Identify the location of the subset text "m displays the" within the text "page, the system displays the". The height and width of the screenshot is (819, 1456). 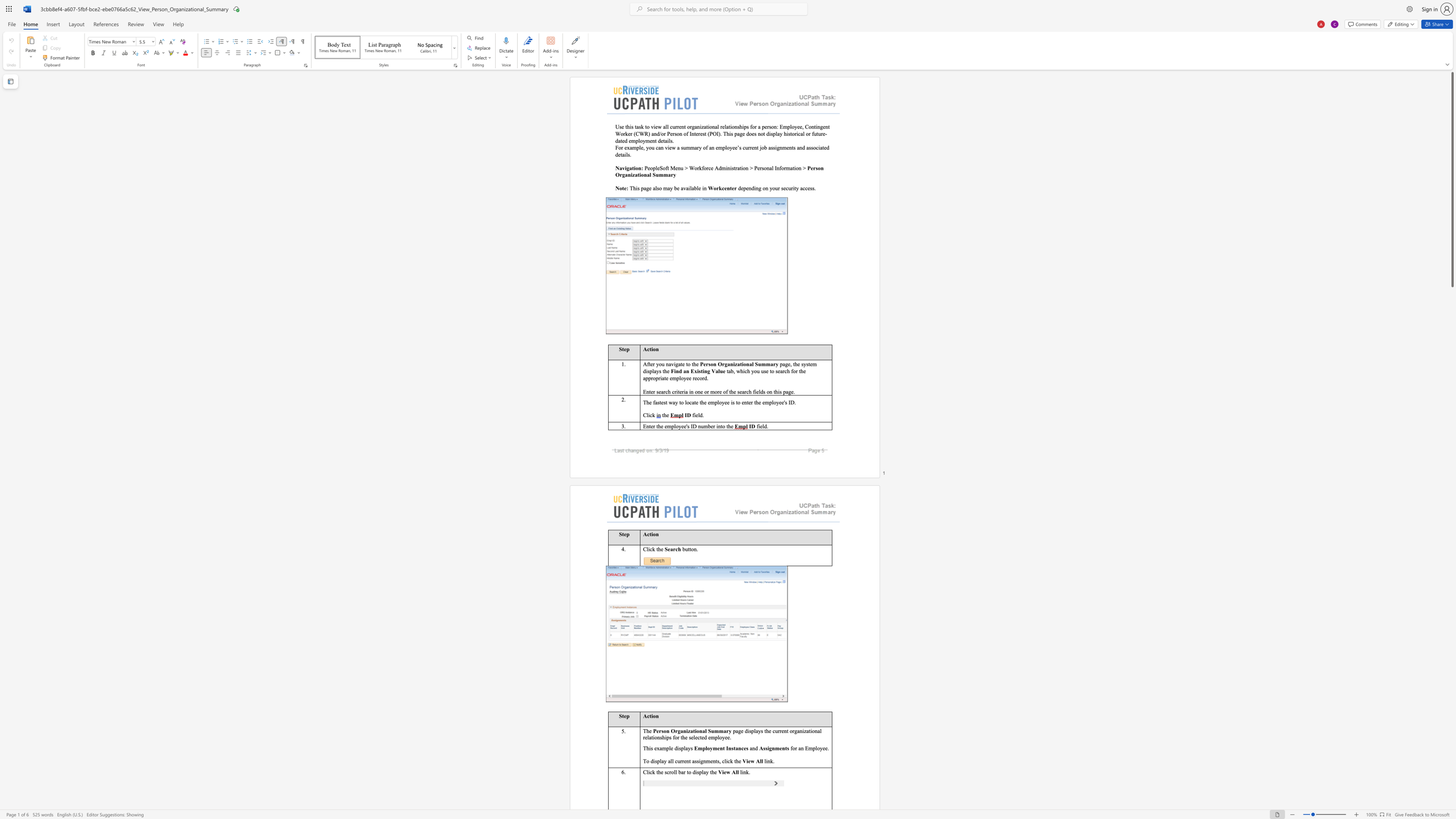
(812, 363).